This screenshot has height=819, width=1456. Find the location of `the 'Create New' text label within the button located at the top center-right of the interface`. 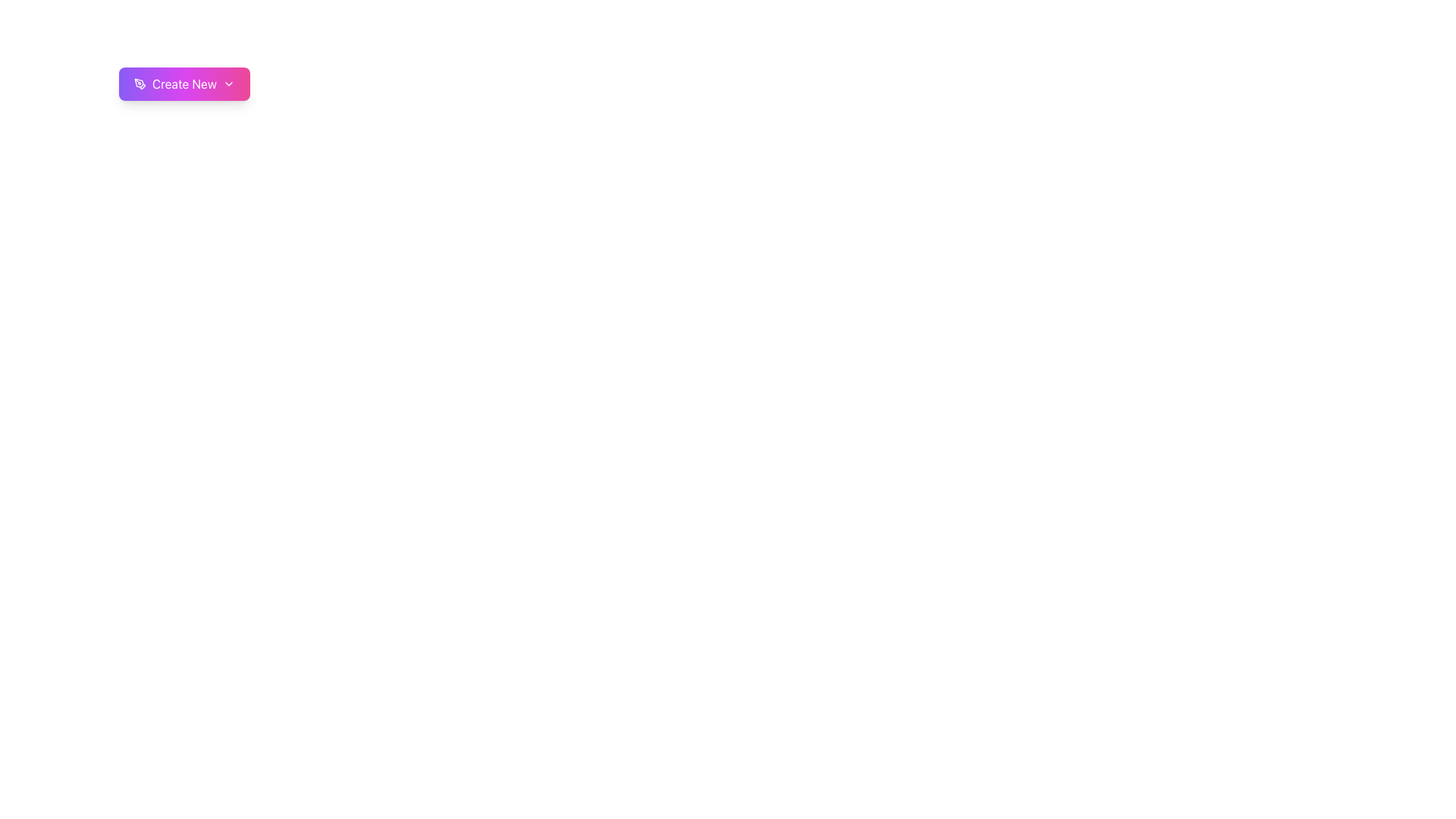

the 'Create New' text label within the button located at the top center-right of the interface is located at coordinates (184, 84).